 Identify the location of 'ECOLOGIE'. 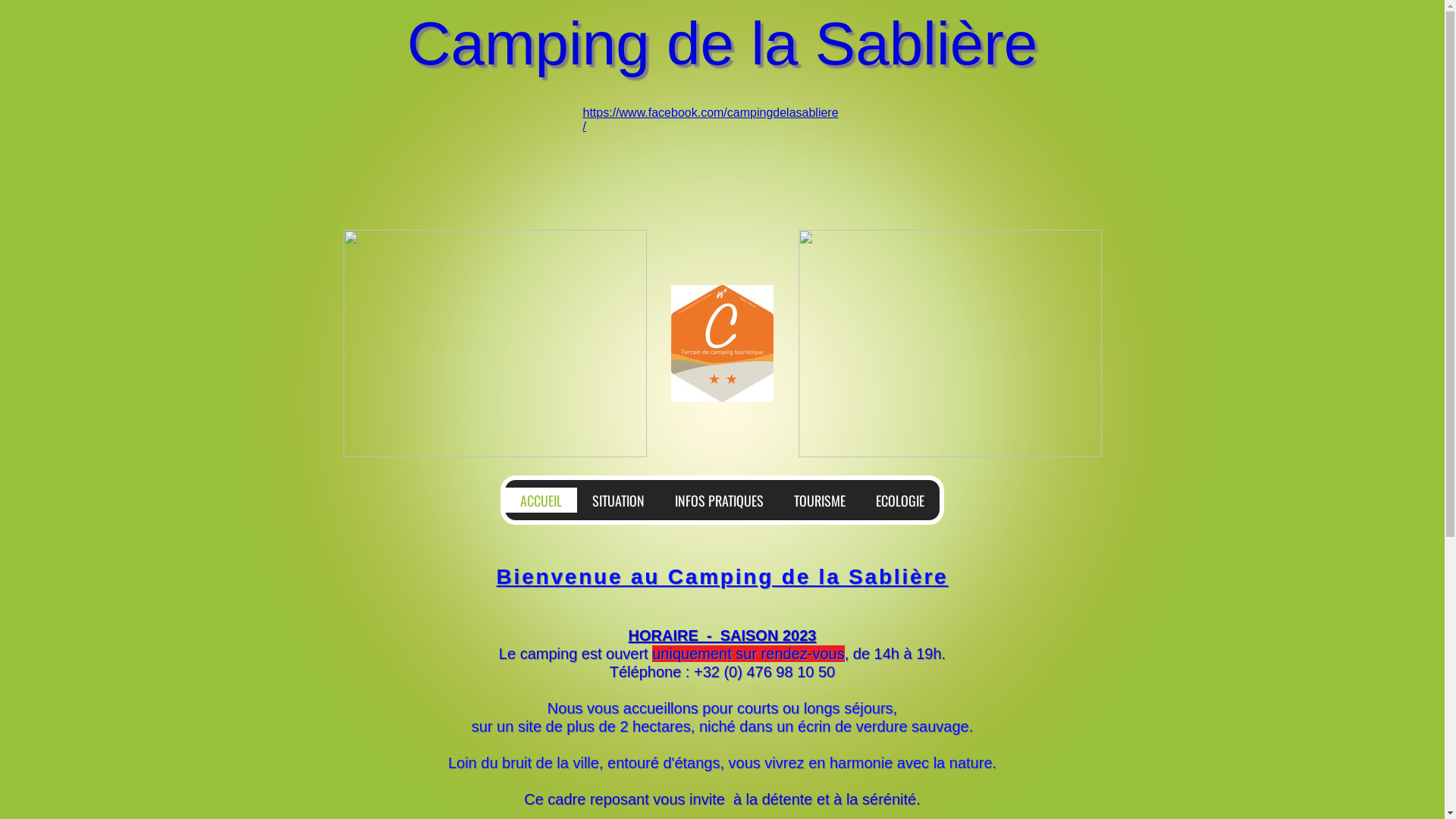
(899, 499).